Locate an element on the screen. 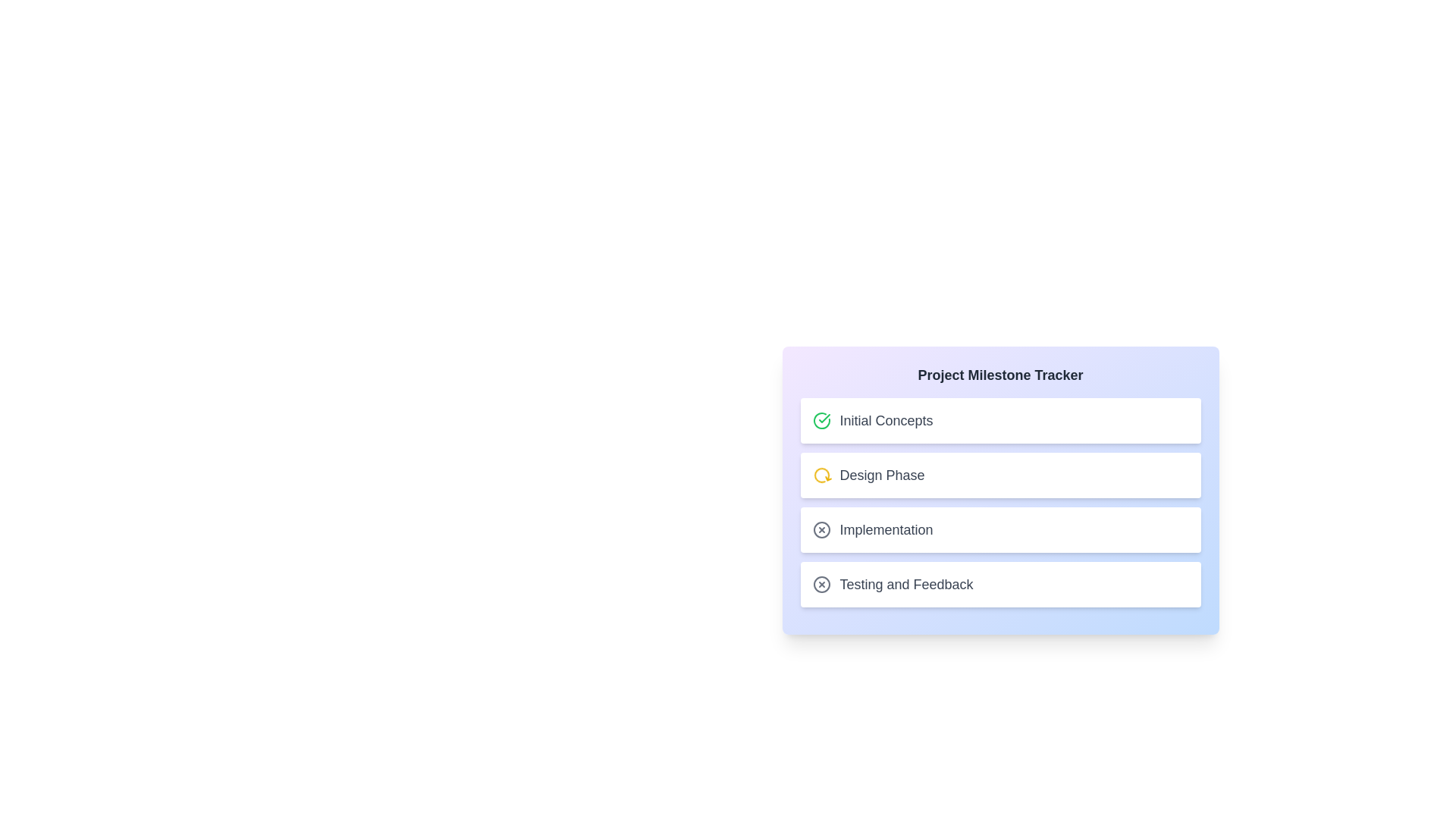  the circular icon with a green checkmark on a white background, located next to the text 'Initial Concepts' is located at coordinates (821, 421).